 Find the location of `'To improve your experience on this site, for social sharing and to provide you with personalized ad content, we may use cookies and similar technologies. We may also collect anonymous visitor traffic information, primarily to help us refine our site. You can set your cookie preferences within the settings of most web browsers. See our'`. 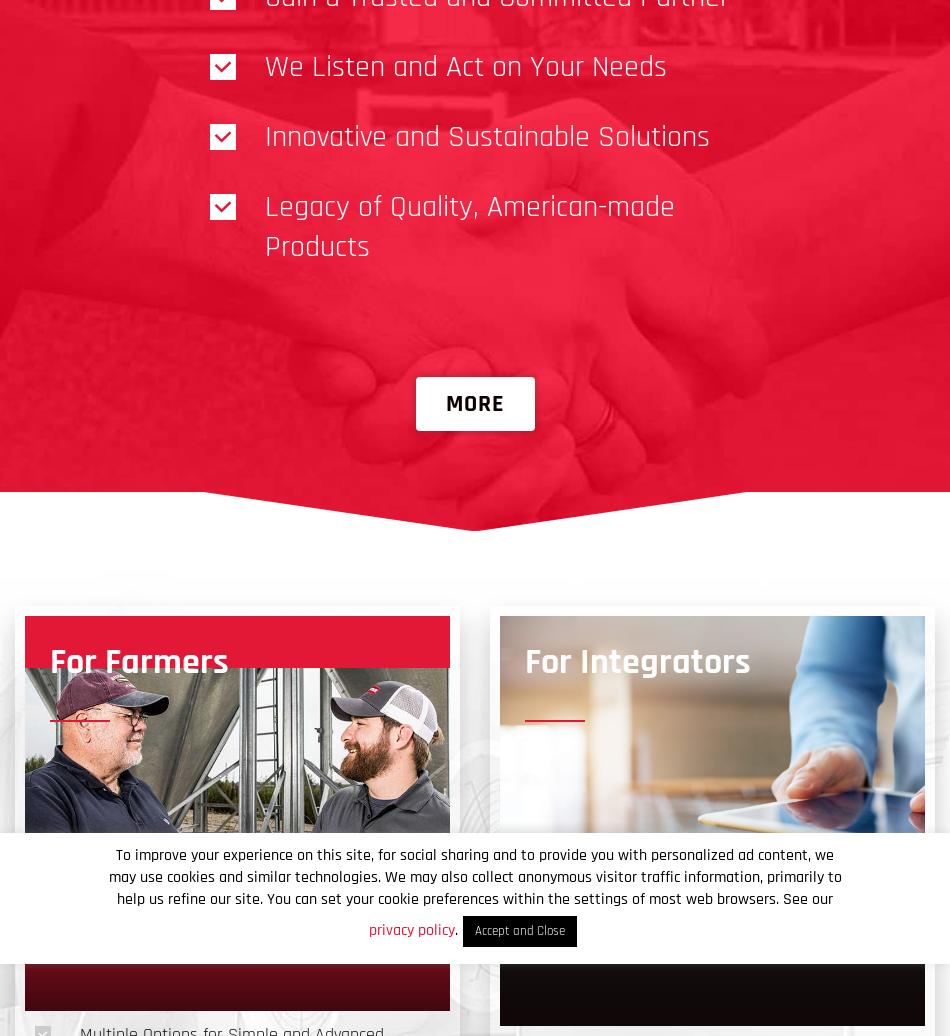

'To improve your experience on this site, for social sharing and to provide you with personalized ad content, we may use cookies and similar technologies. We may also collect anonymous visitor traffic information, primarily to help us refine our site. You can set your cookie preferences within the settings of most web browsers. See our' is located at coordinates (473, 877).